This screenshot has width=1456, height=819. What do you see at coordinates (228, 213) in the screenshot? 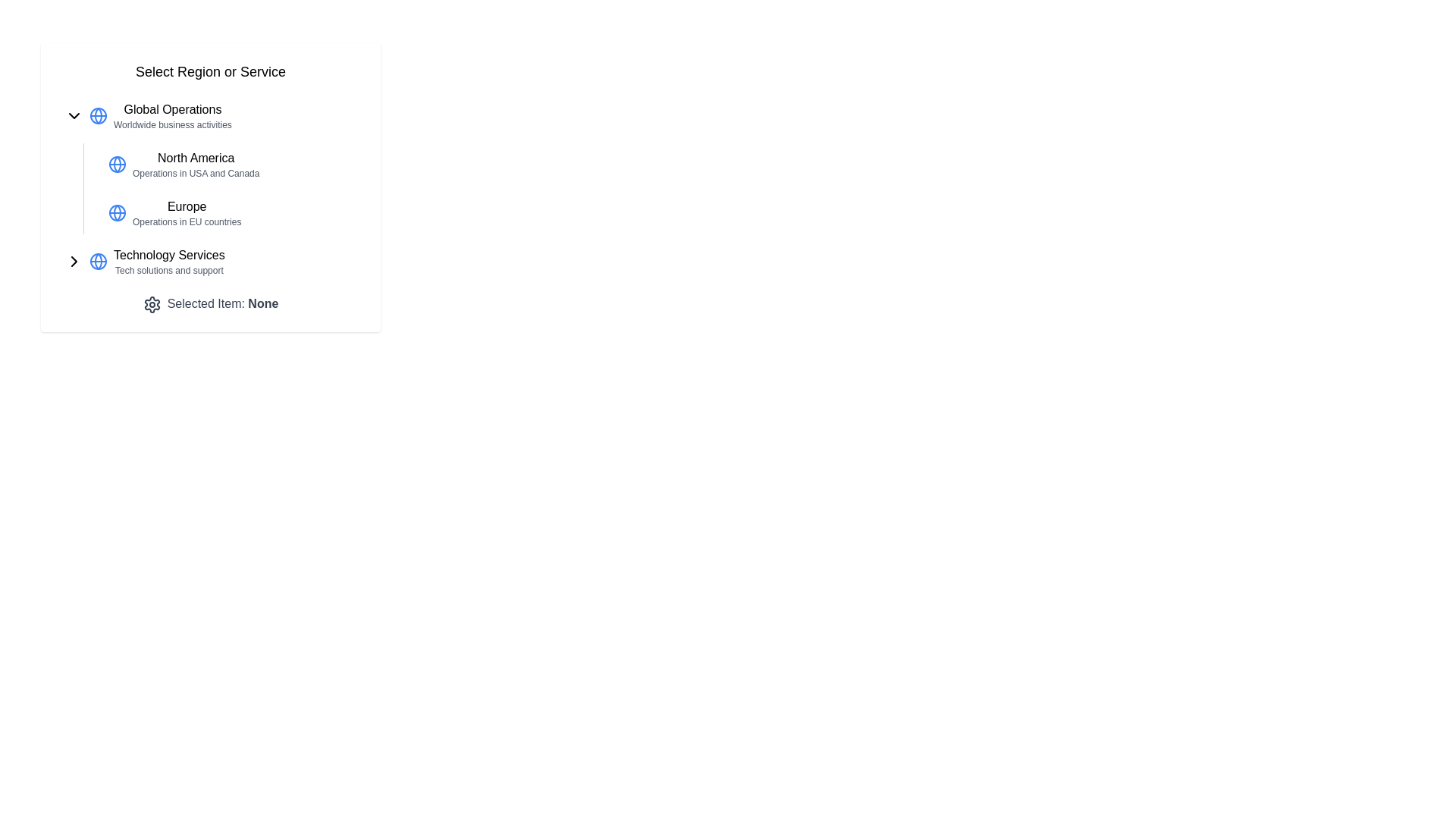
I see `the 'Europe' menu item, which is displayed in bold with a globe icon on the left` at bounding box center [228, 213].